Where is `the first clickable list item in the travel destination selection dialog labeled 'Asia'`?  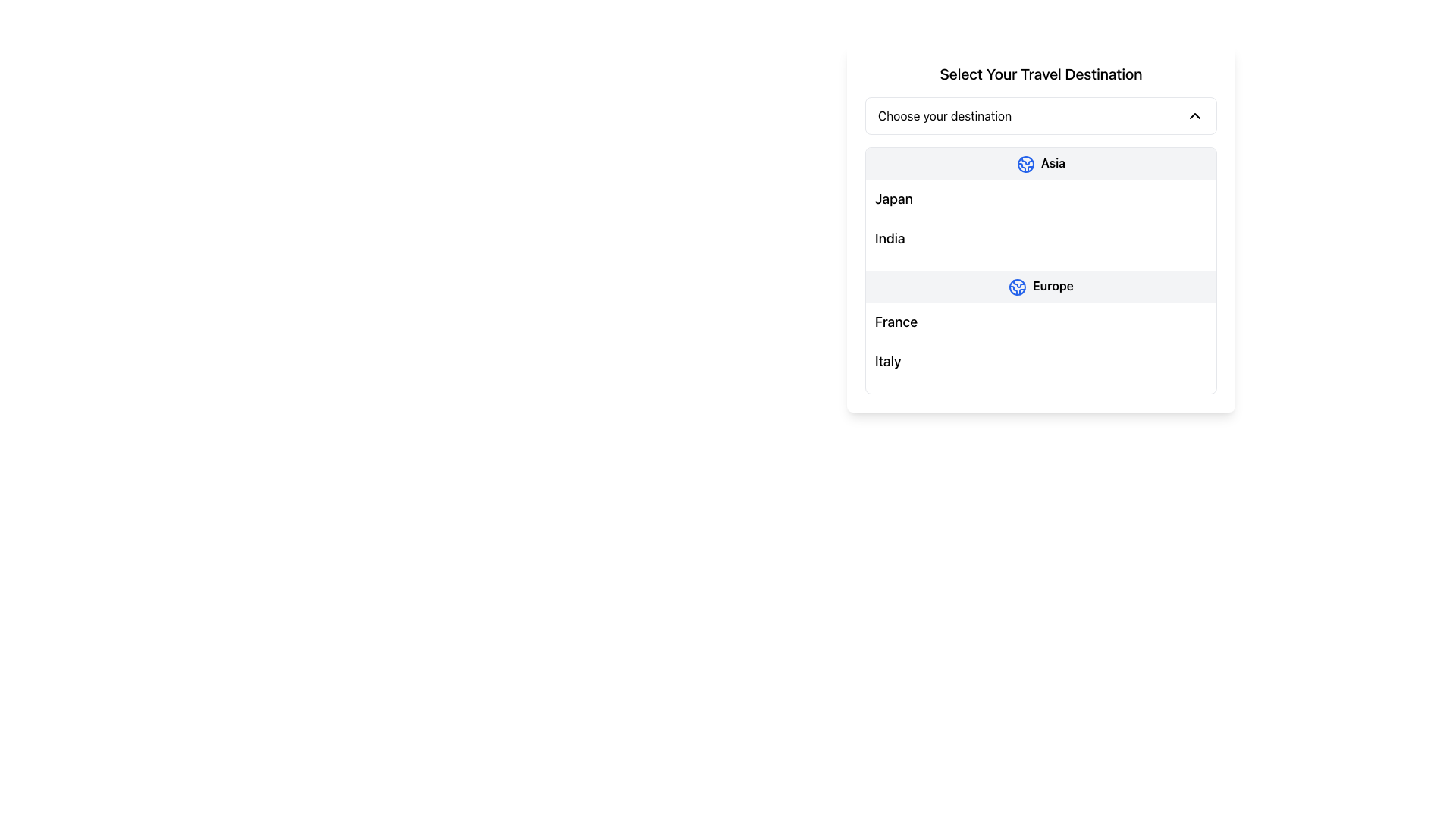 the first clickable list item in the travel destination selection dialog labeled 'Asia' is located at coordinates (1040, 163).